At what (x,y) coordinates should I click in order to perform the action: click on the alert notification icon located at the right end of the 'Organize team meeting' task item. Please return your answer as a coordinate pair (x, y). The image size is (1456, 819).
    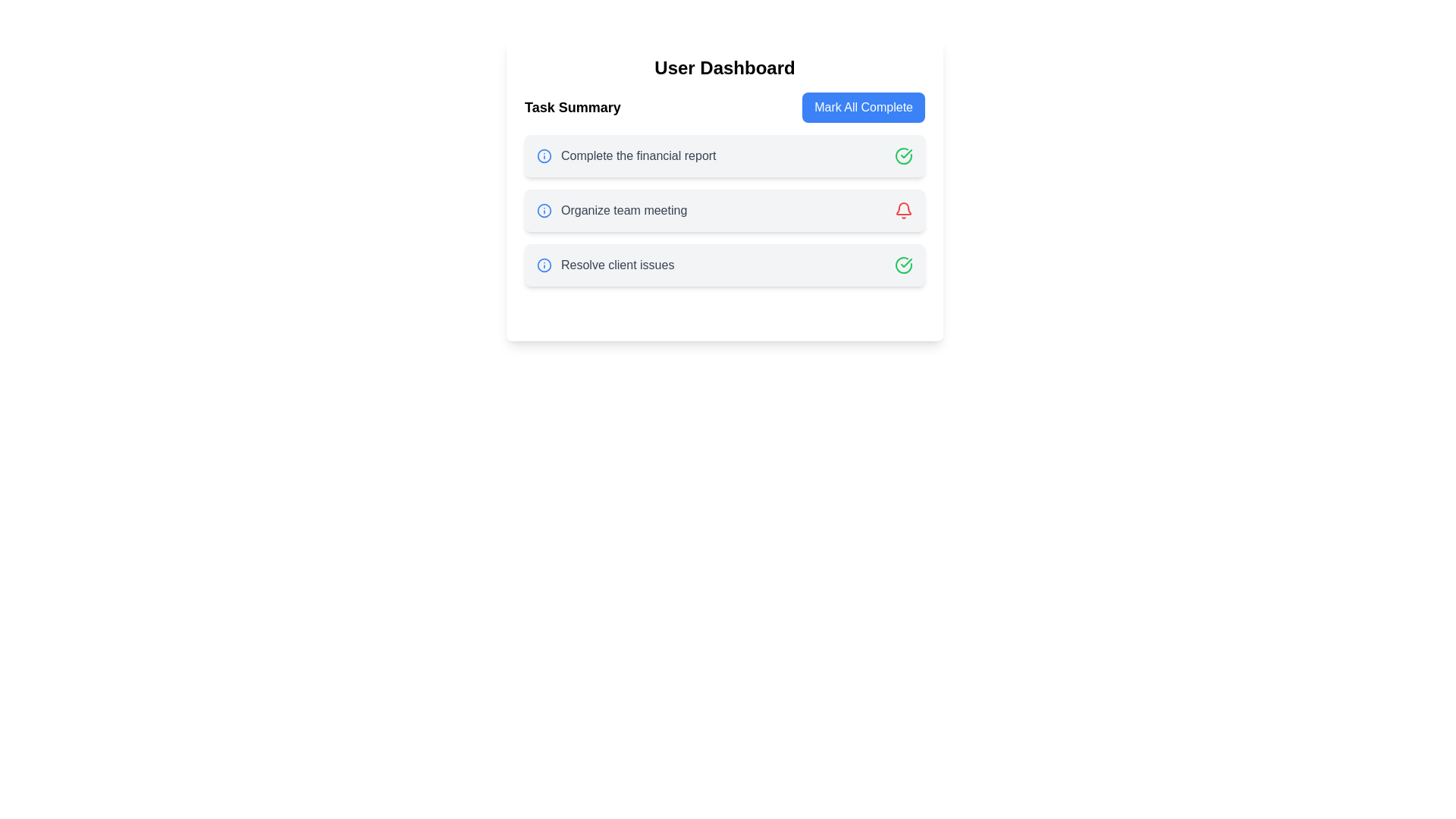
    Looking at the image, I should click on (903, 209).